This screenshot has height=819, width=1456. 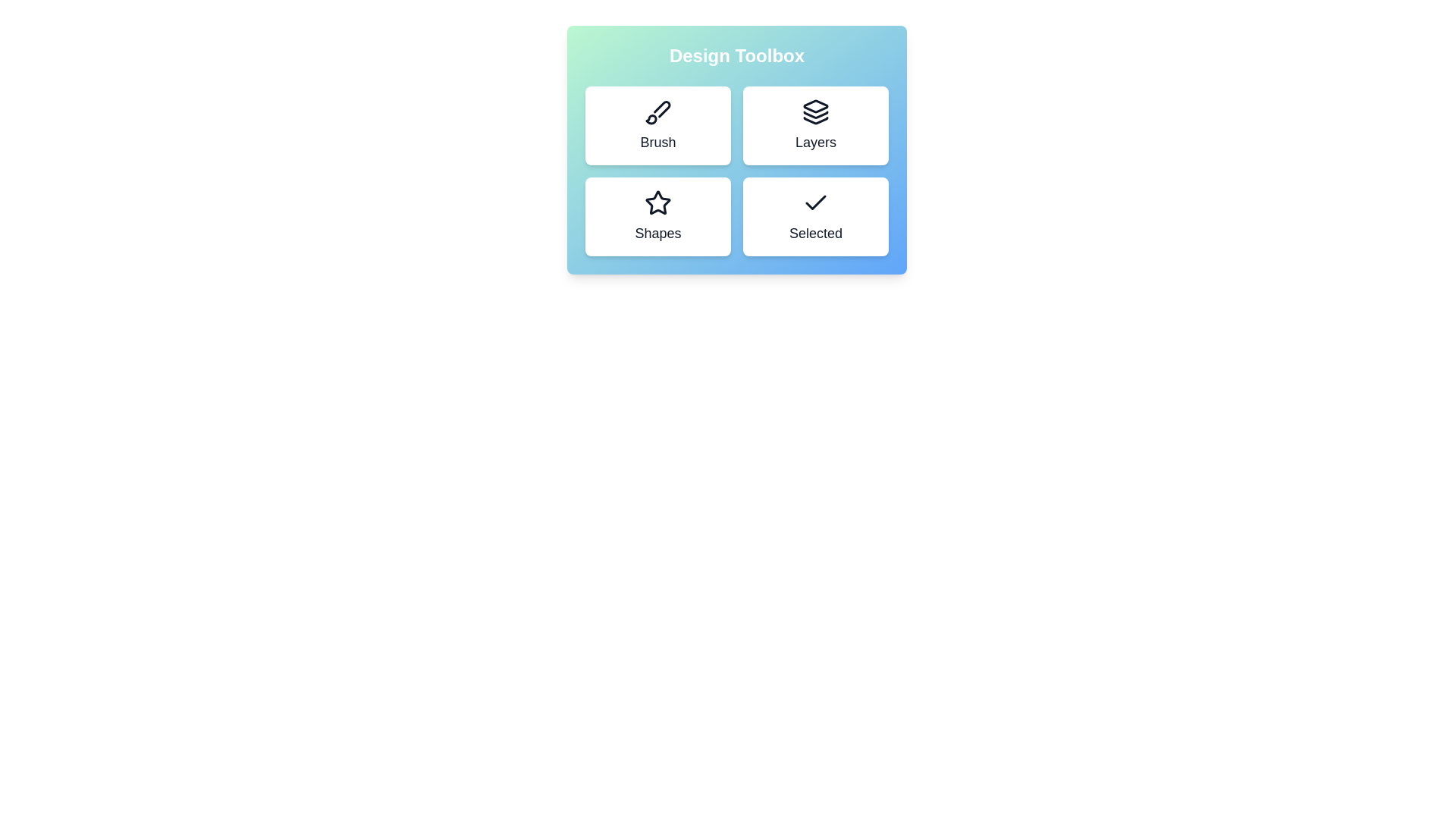 I want to click on the tool Brush to observe hover effects, so click(x=658, y=124).